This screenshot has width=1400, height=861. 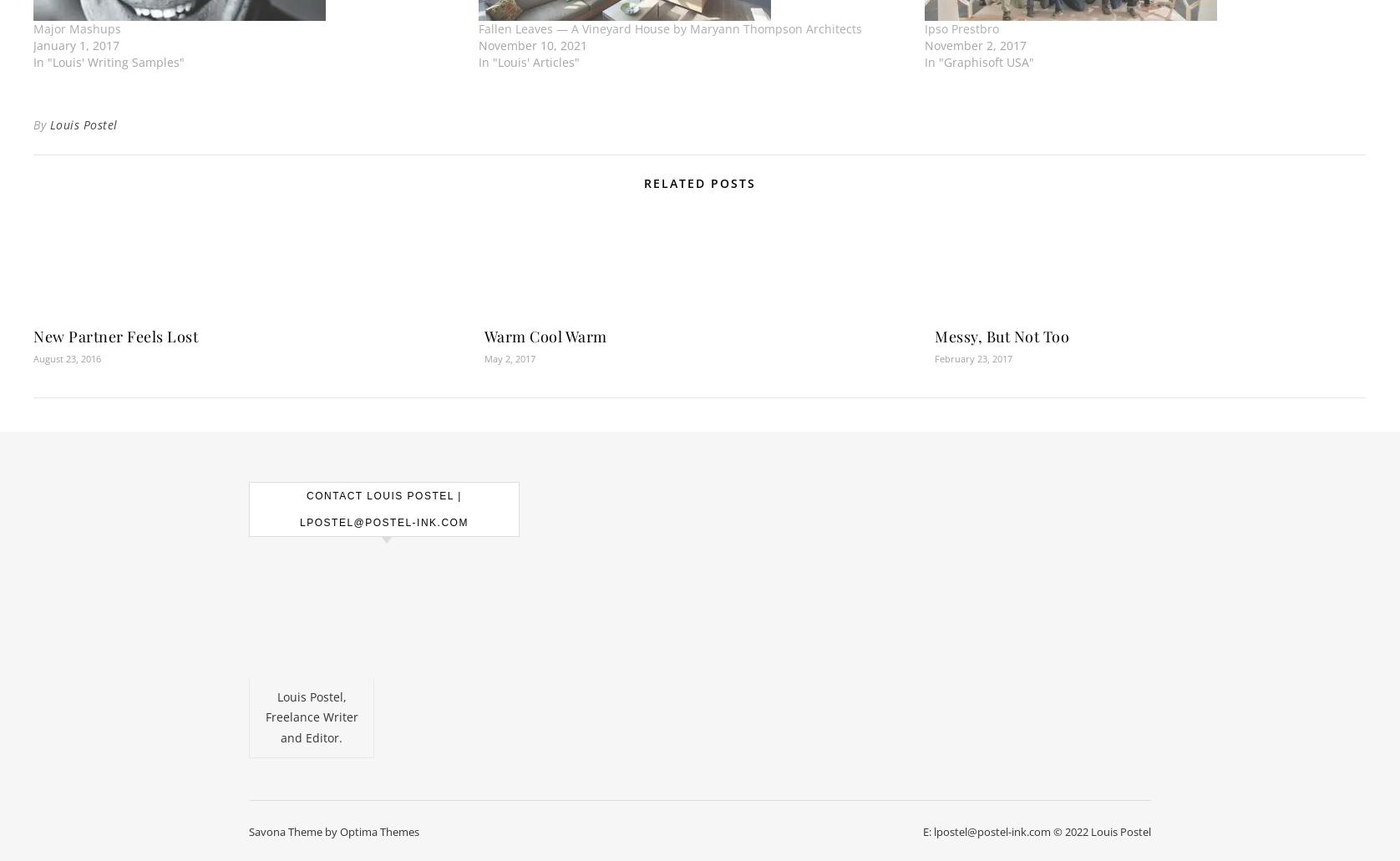 What do you see at coordinates (293, 830) in the screenshot?
I see `'Savona Theme by'` at bounding box center [293, 830].